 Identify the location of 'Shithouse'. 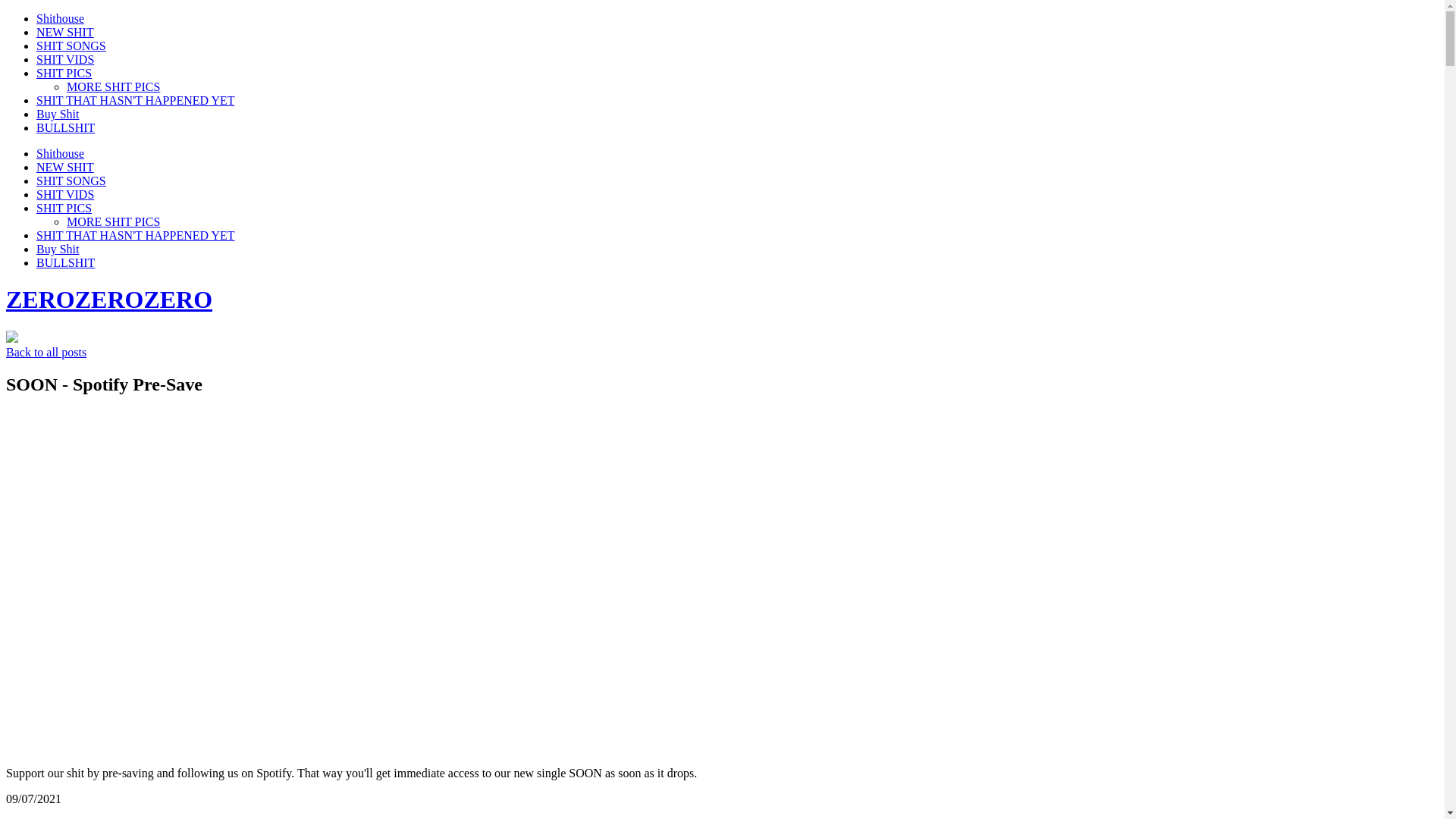
(60, 153).